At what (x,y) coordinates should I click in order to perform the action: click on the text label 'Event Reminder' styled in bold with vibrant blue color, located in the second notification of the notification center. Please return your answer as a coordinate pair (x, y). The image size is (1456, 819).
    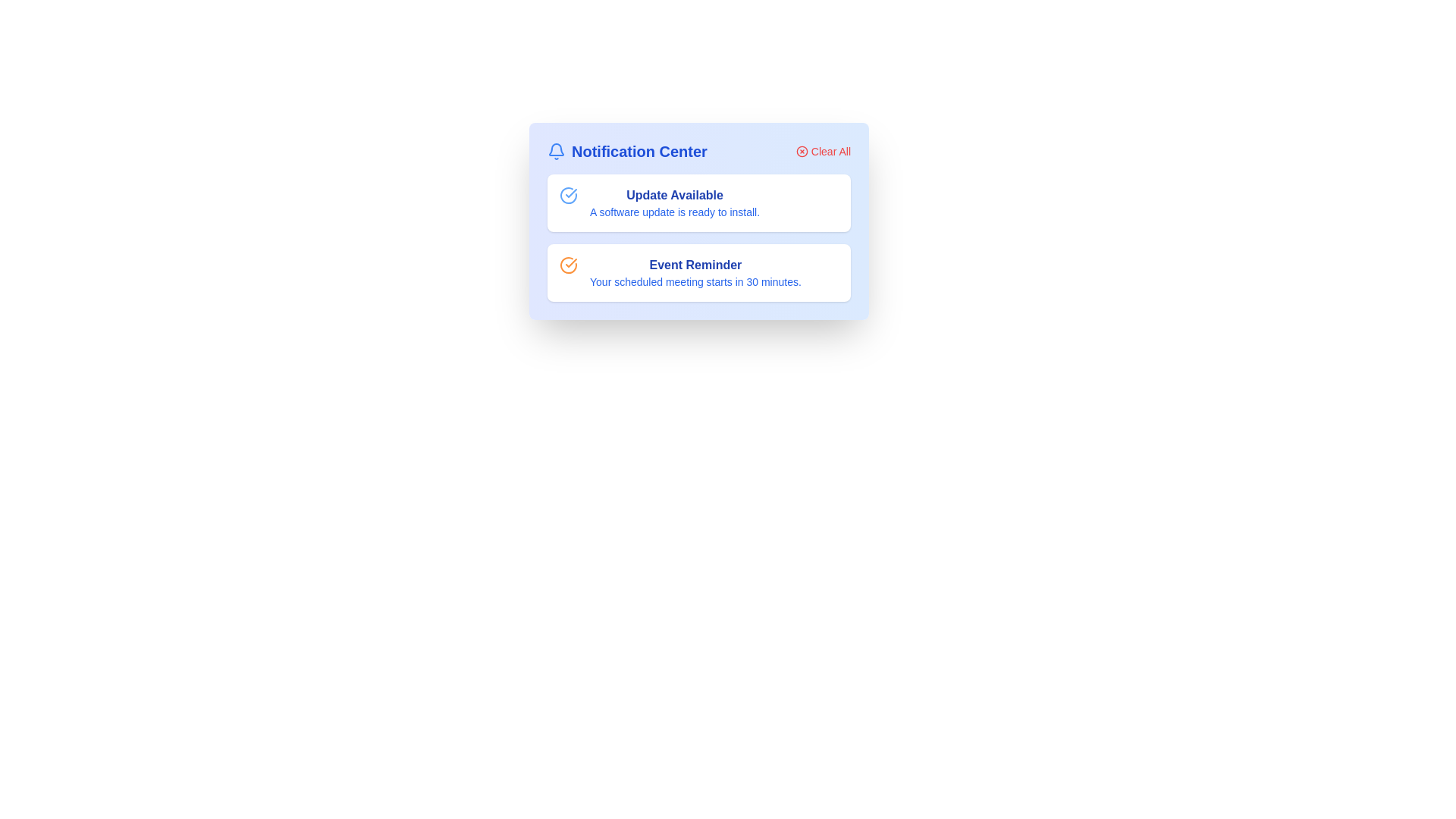
    Looking at the image, I should click on (695, 265).